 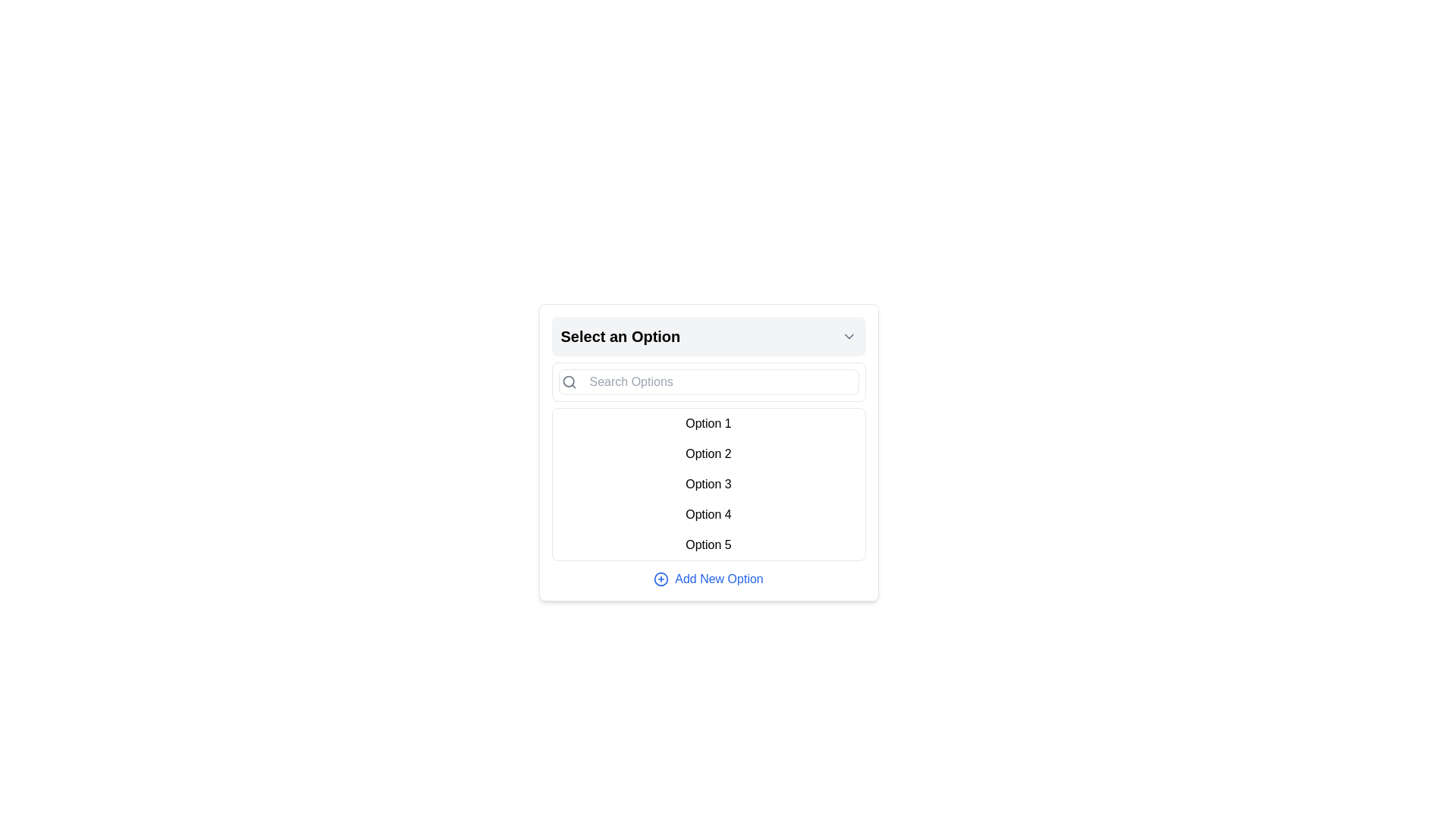 I want to click on the static list item displaying the text 'Option 2' which is styled with padding and has a hover effect that changes the background color to light grey, so click(x=708, y=453).